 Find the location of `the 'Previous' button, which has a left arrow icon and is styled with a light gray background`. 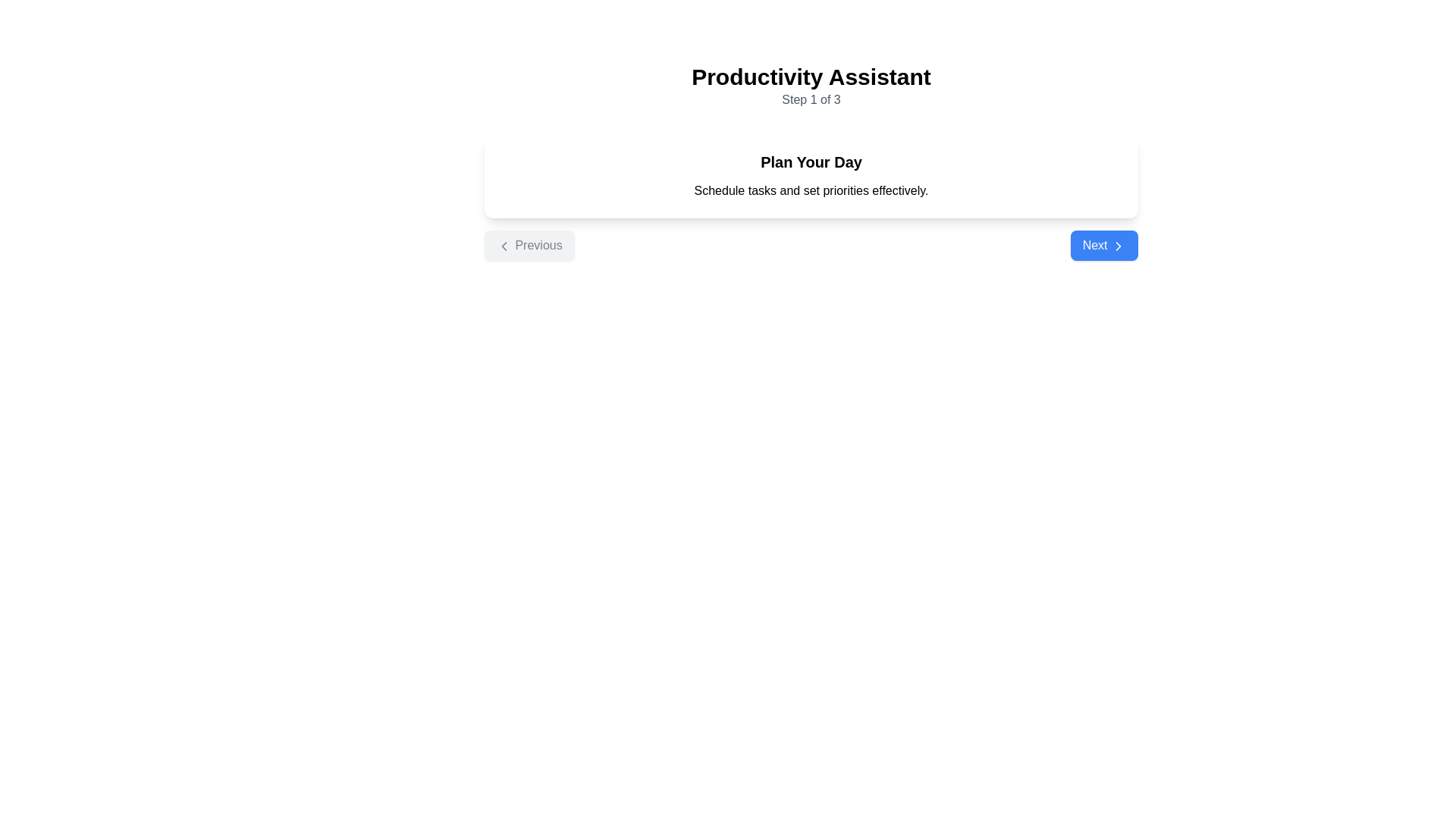

the 'Previous' button, which has a left arrow icon and is styled with a light gray background is located at coordinates (529, 245).